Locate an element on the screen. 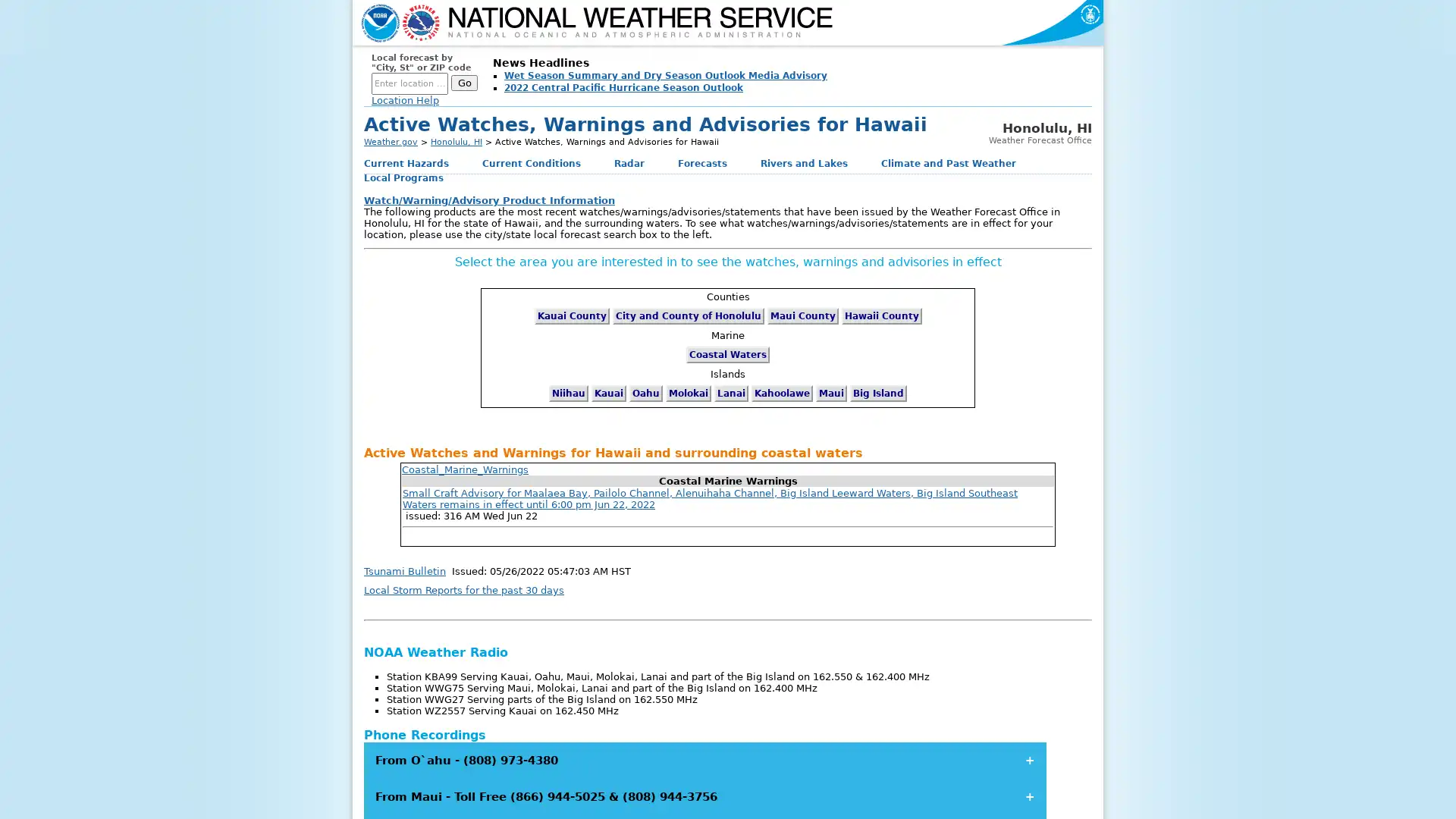  Go is located at coordinates (463, 83).